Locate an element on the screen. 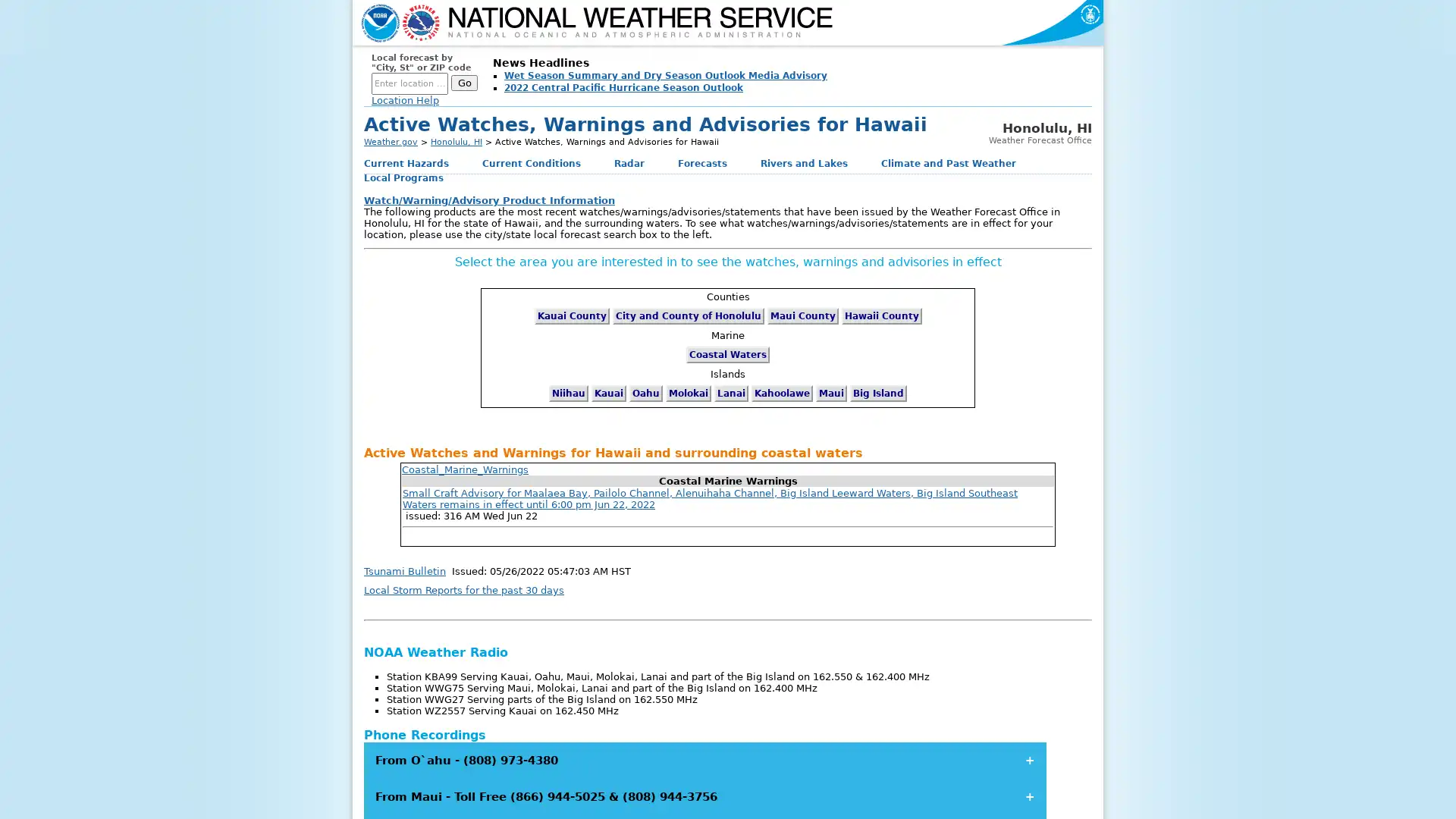  Go is located at coordinates (463, 83).